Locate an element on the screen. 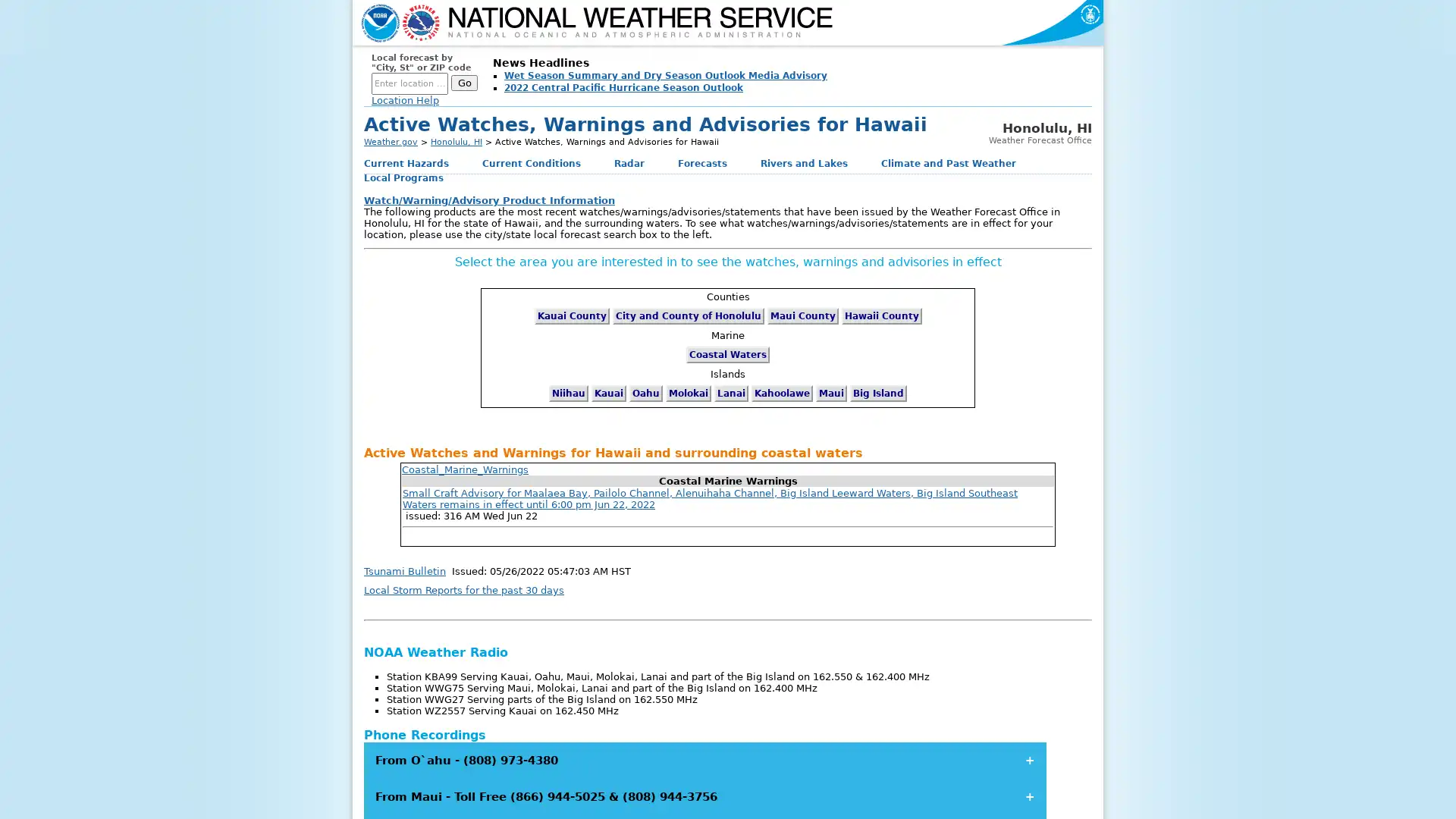  Go is located at coordinates (463, 83).